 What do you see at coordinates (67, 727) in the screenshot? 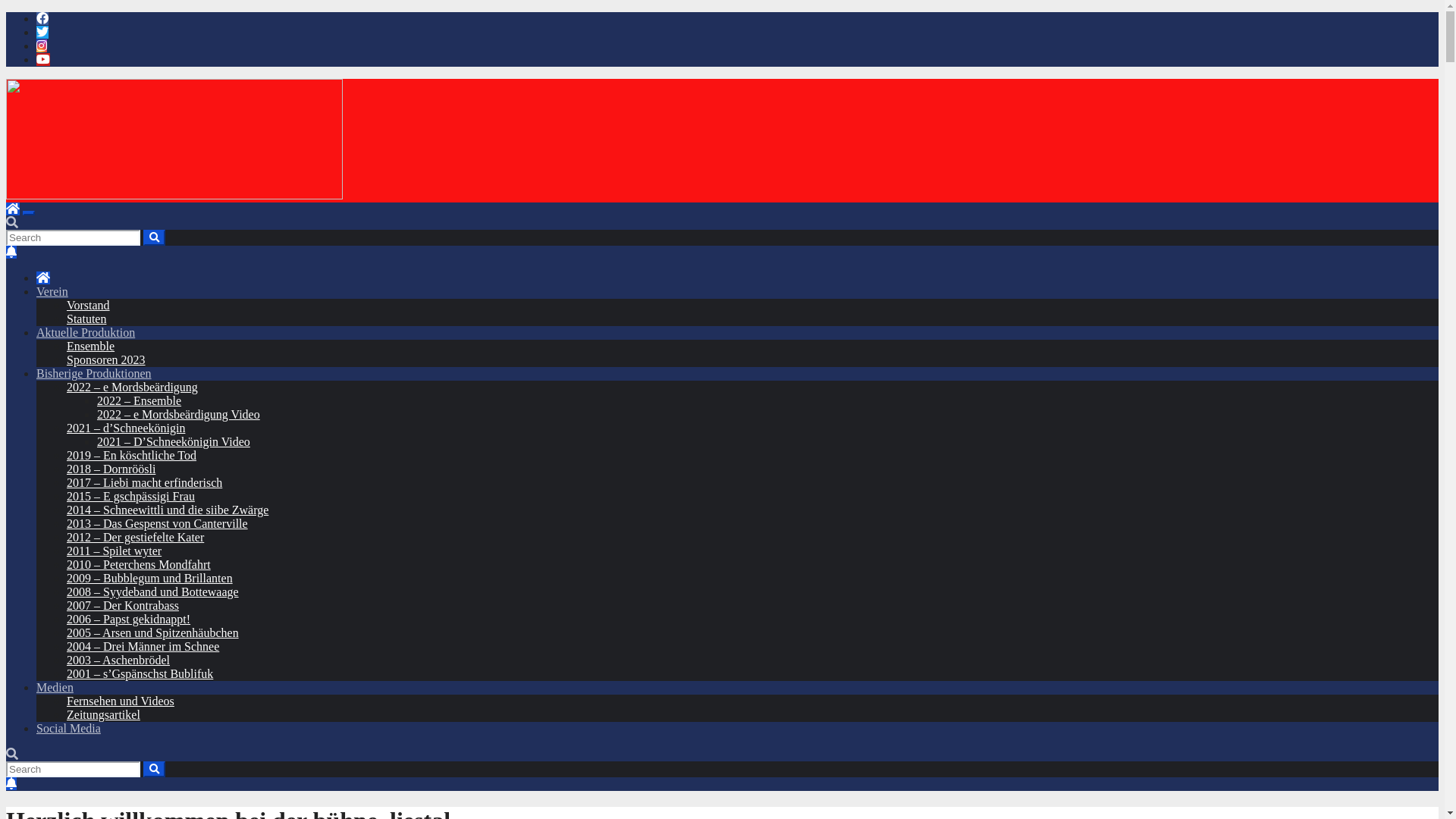
I see `'Social Media'` at bounding box center [67, 727].